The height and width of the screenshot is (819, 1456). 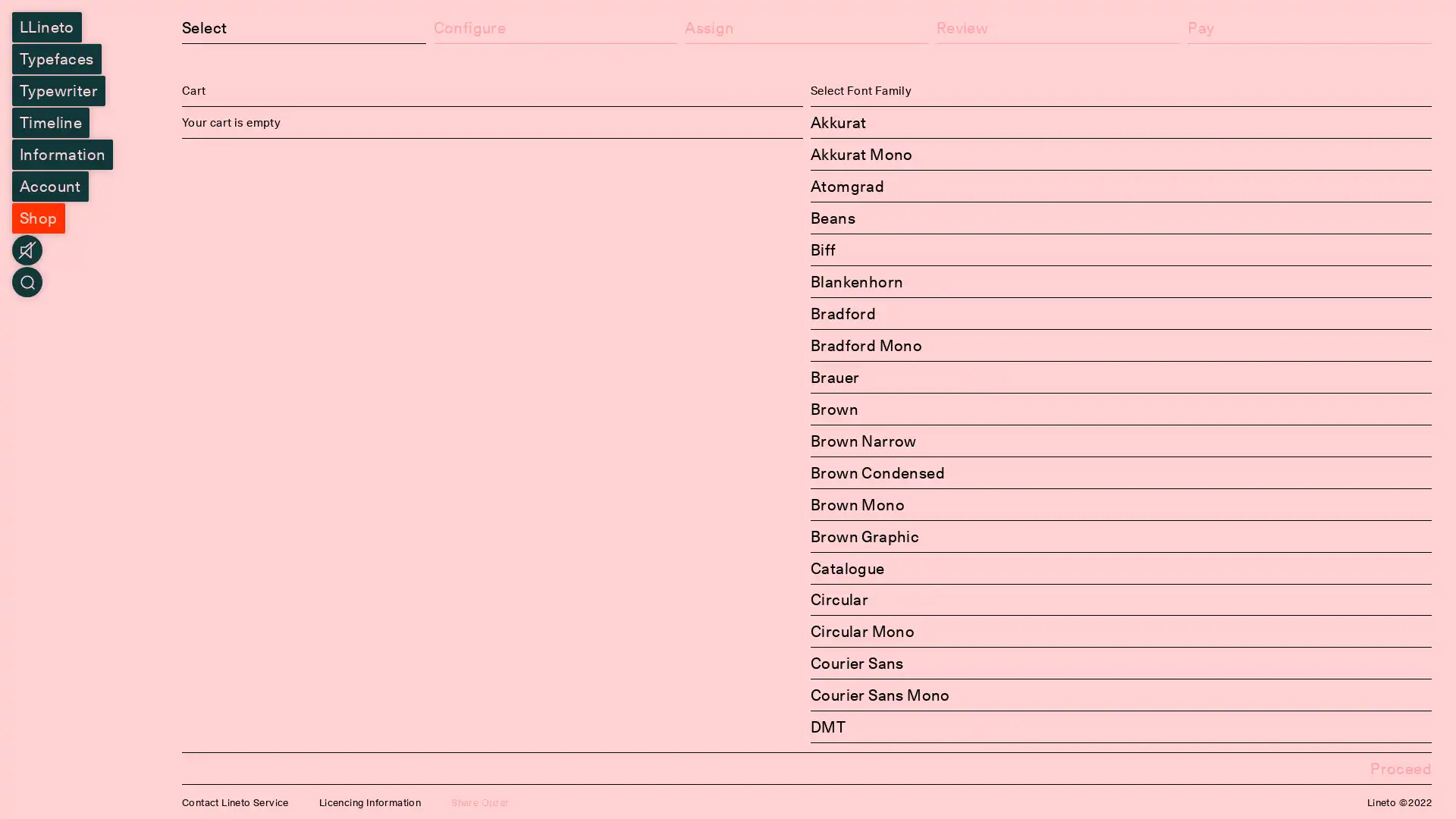 What do you see at coordinates (1308, 28) in the screenshot?
I see `Pay` at bounding box center [1308, 28].